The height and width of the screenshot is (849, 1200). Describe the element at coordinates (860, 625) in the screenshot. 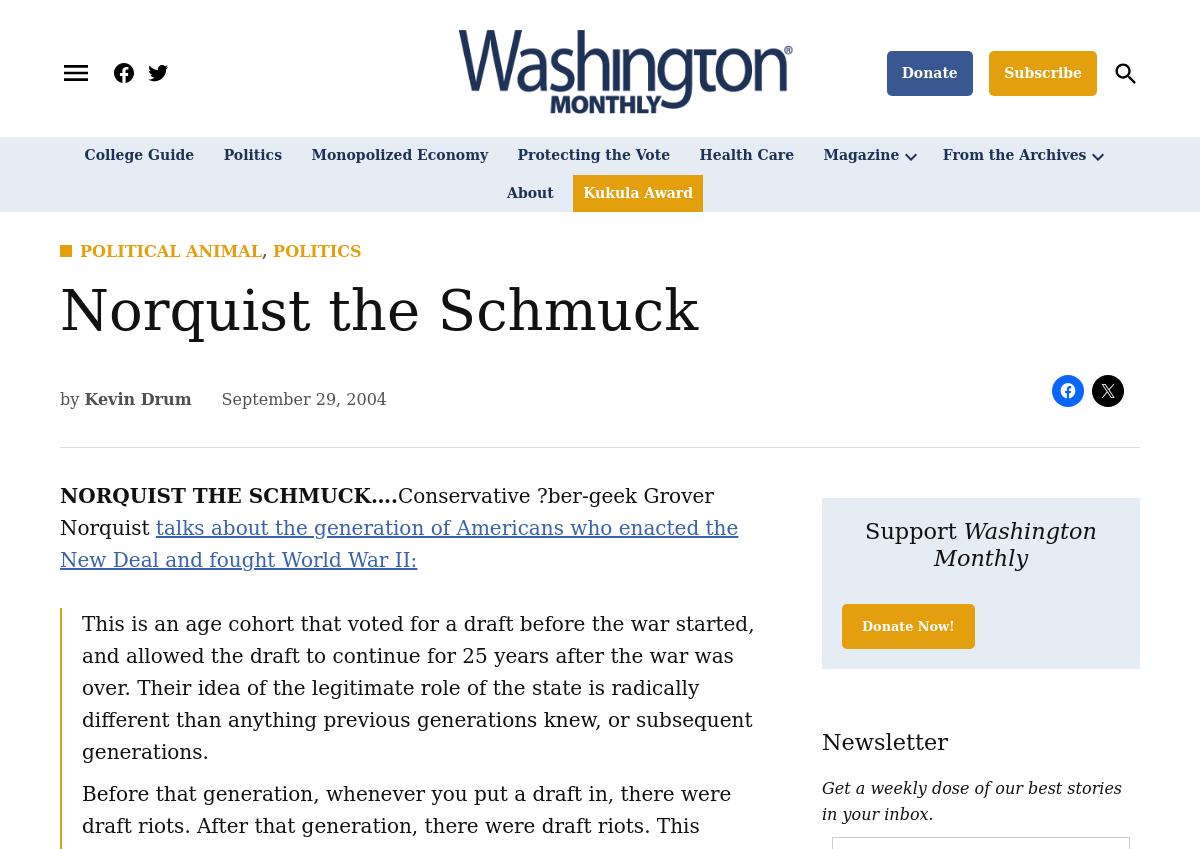

I see `'Donate Now!'` at that location.